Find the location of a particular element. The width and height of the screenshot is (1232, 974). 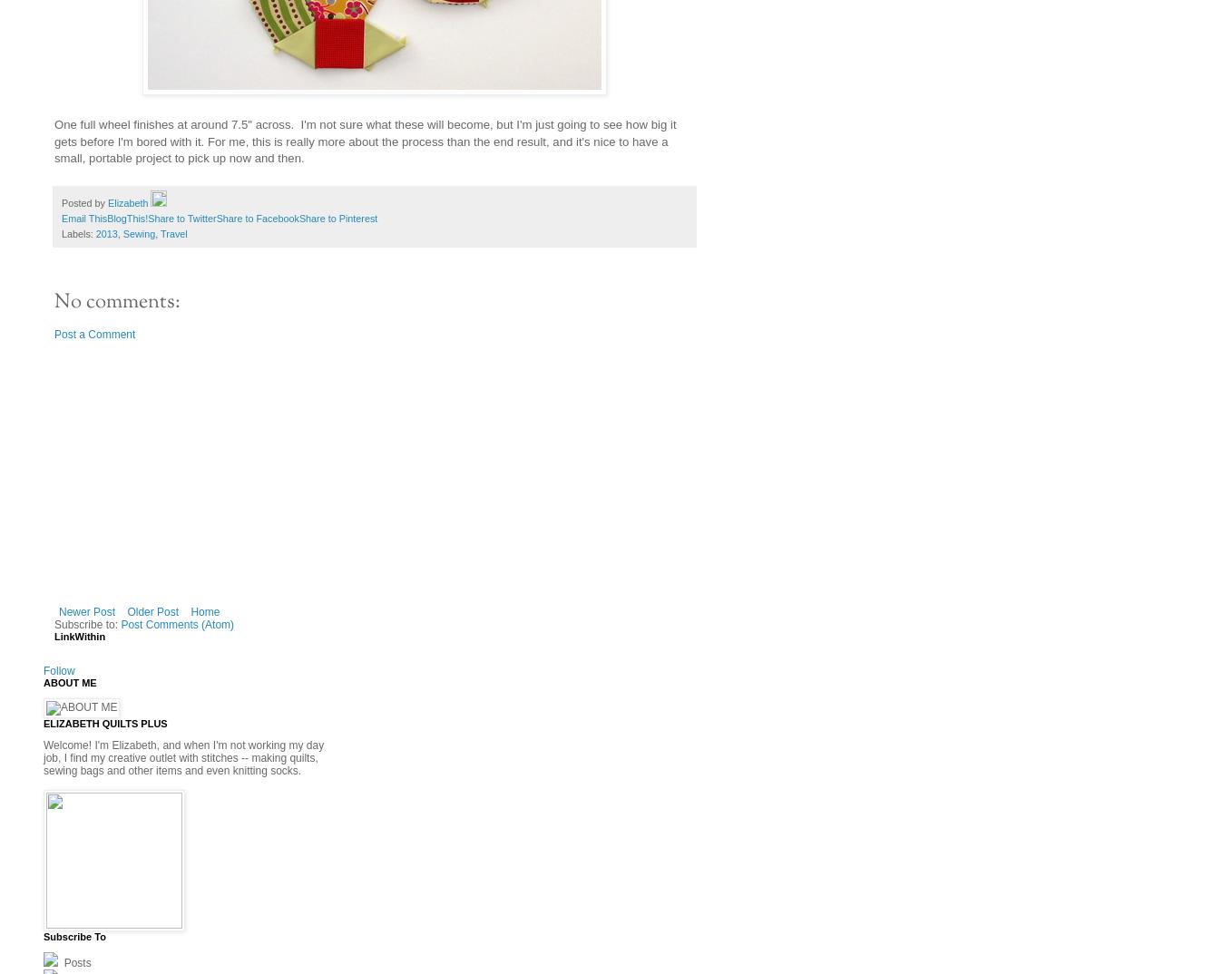

'Travel' is located at coordinates (173, 232).